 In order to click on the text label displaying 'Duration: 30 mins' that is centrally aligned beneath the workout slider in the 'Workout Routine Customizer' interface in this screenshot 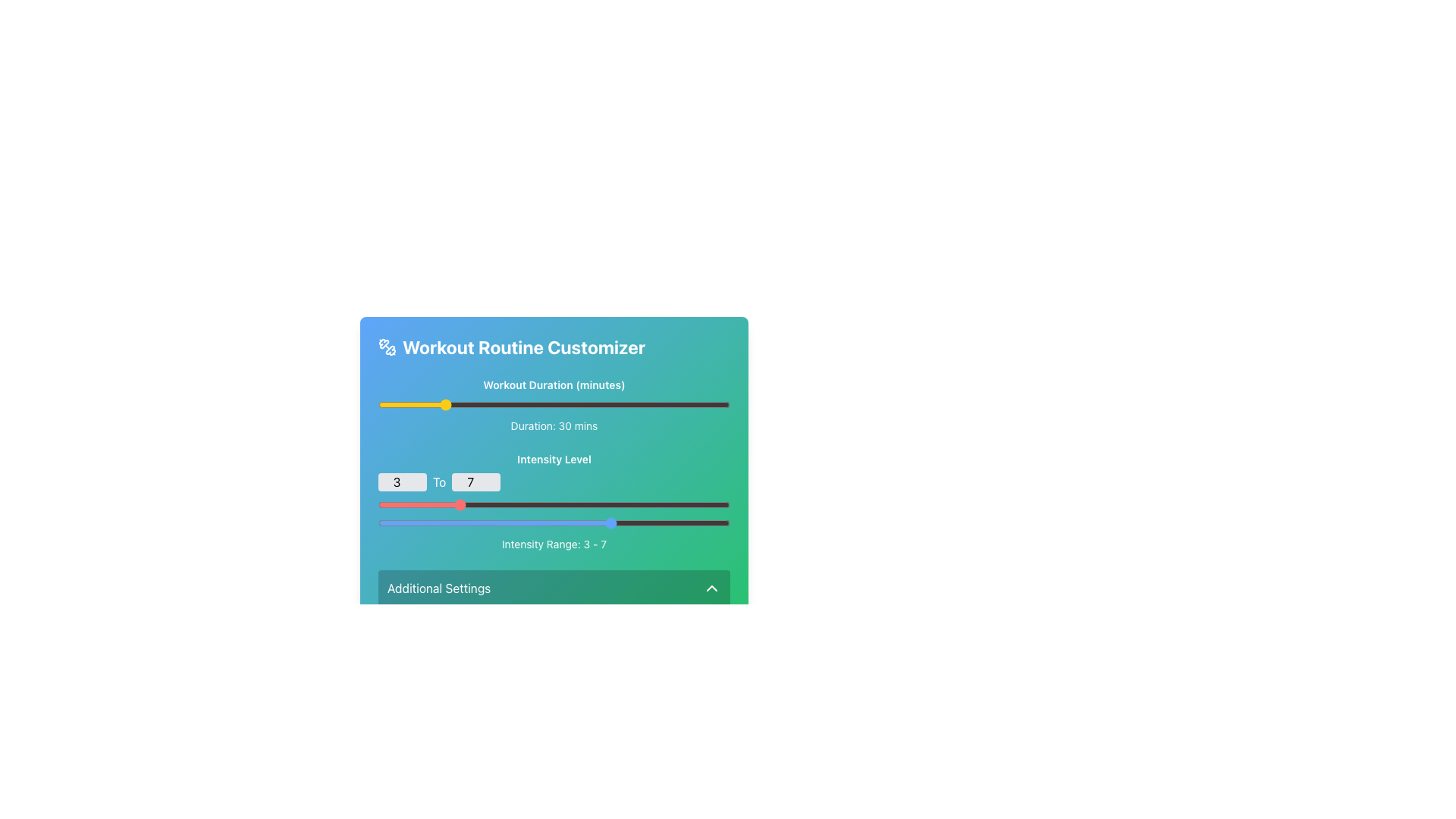, I will do `click(553, 426)`.